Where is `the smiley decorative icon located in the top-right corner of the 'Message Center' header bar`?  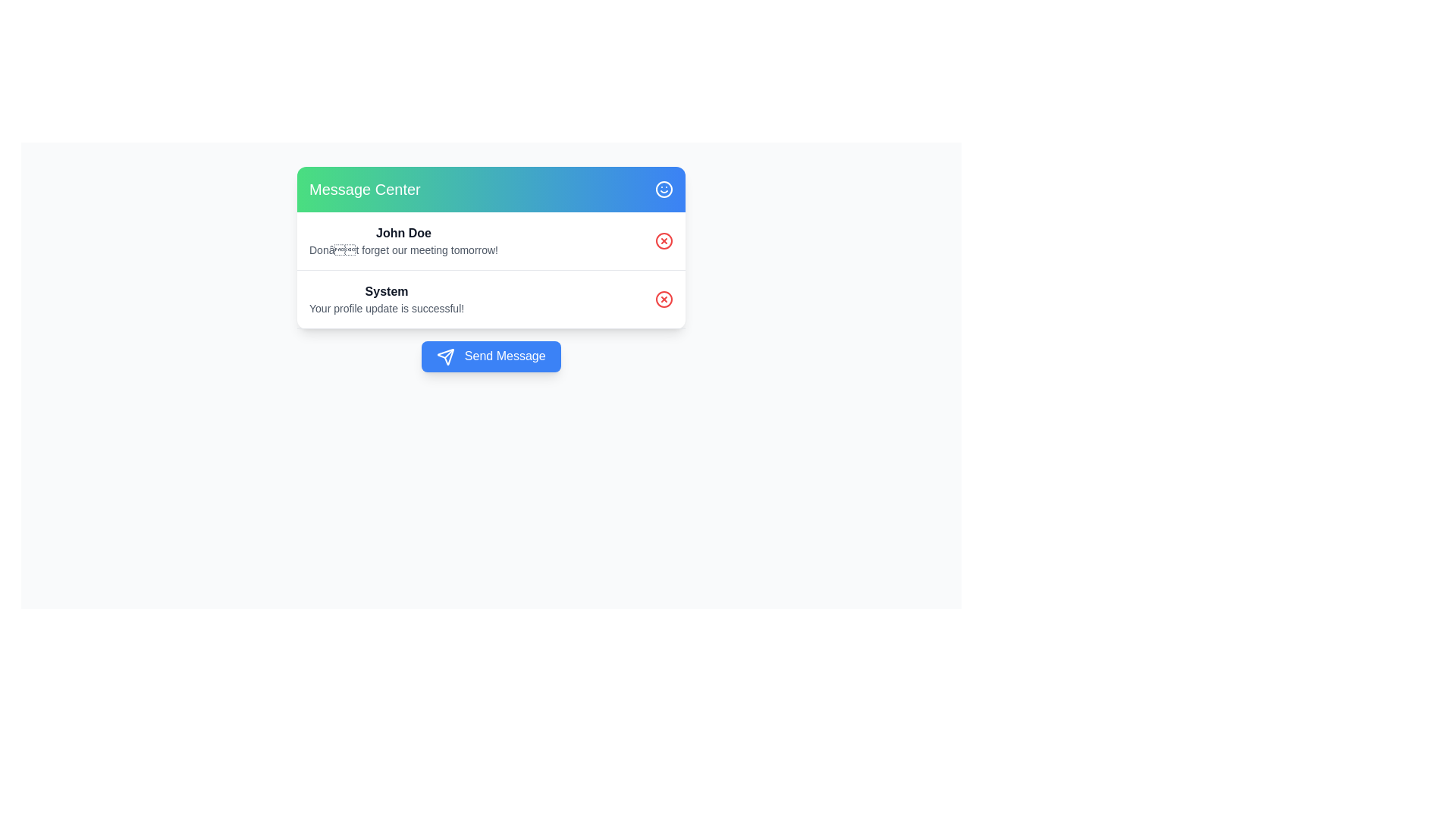 the smiley decorative icon located in the top-right corner of the 'Message Center' header bar is located at coordinates (664, 189).